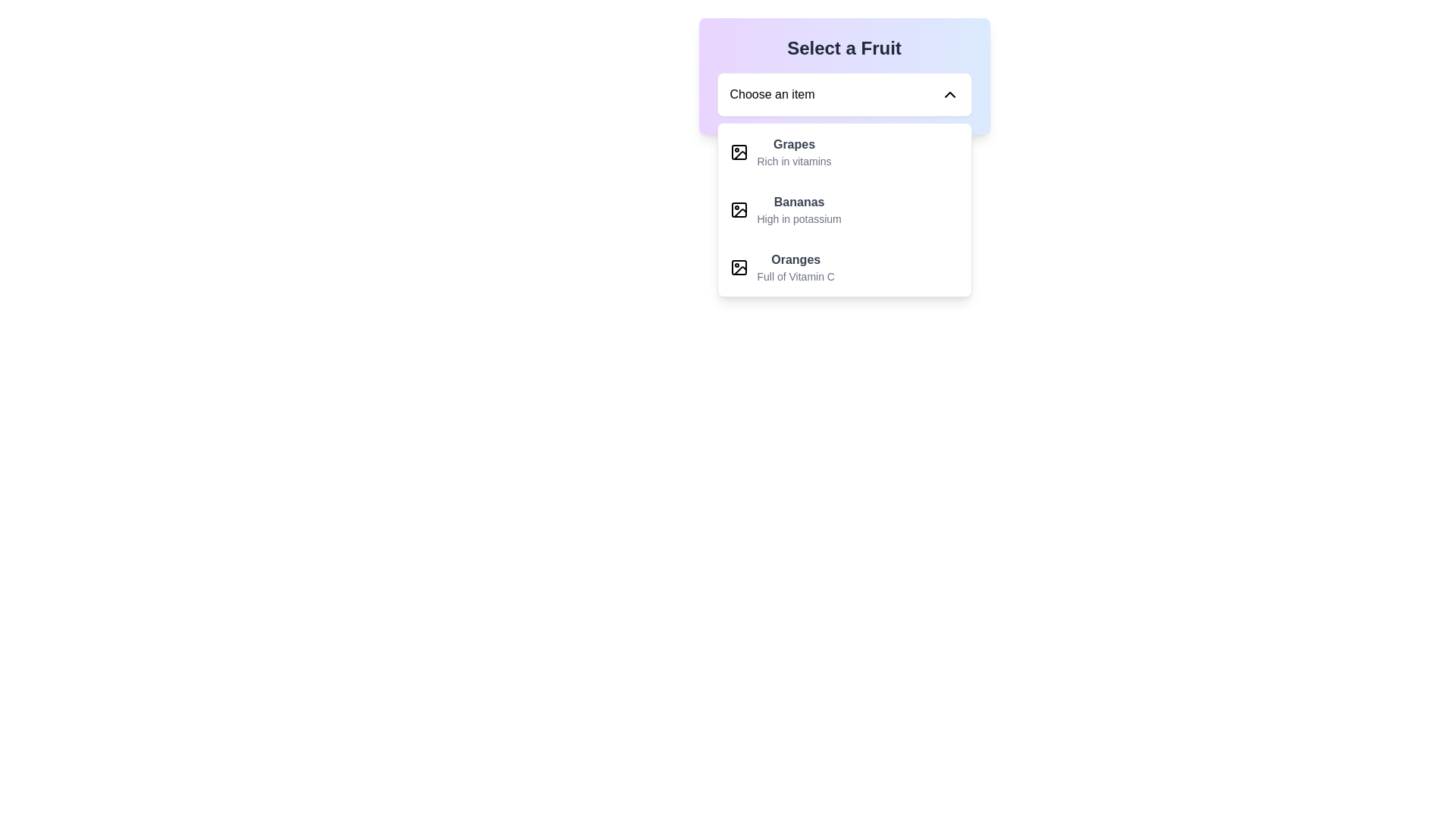  Describe the element at coordinates (795, 259) in the screenshot. I see `the text label displaying 'Oranges' in bold` at that location.